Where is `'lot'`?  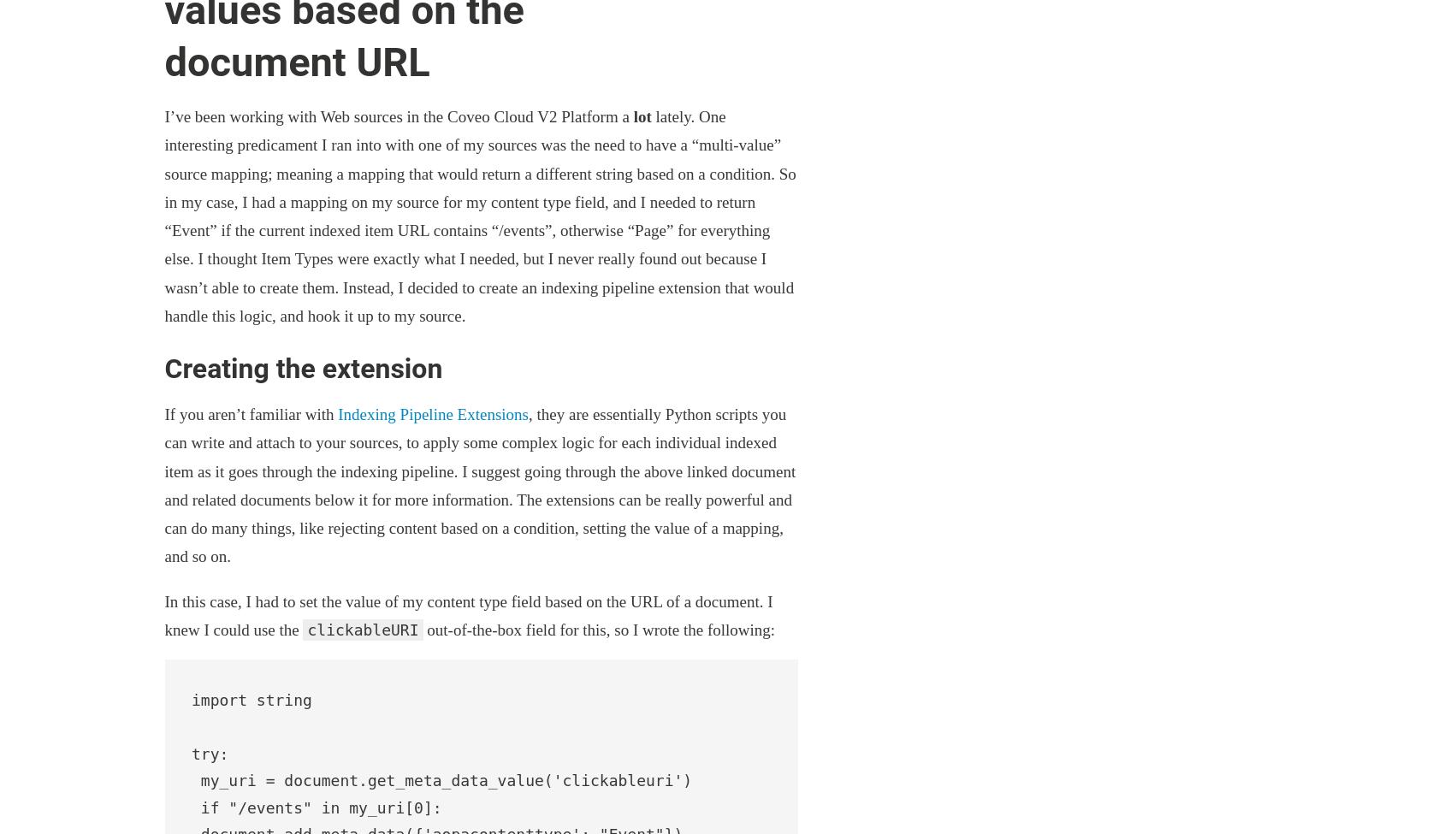 'lot' is located at coordinates (632, 115).